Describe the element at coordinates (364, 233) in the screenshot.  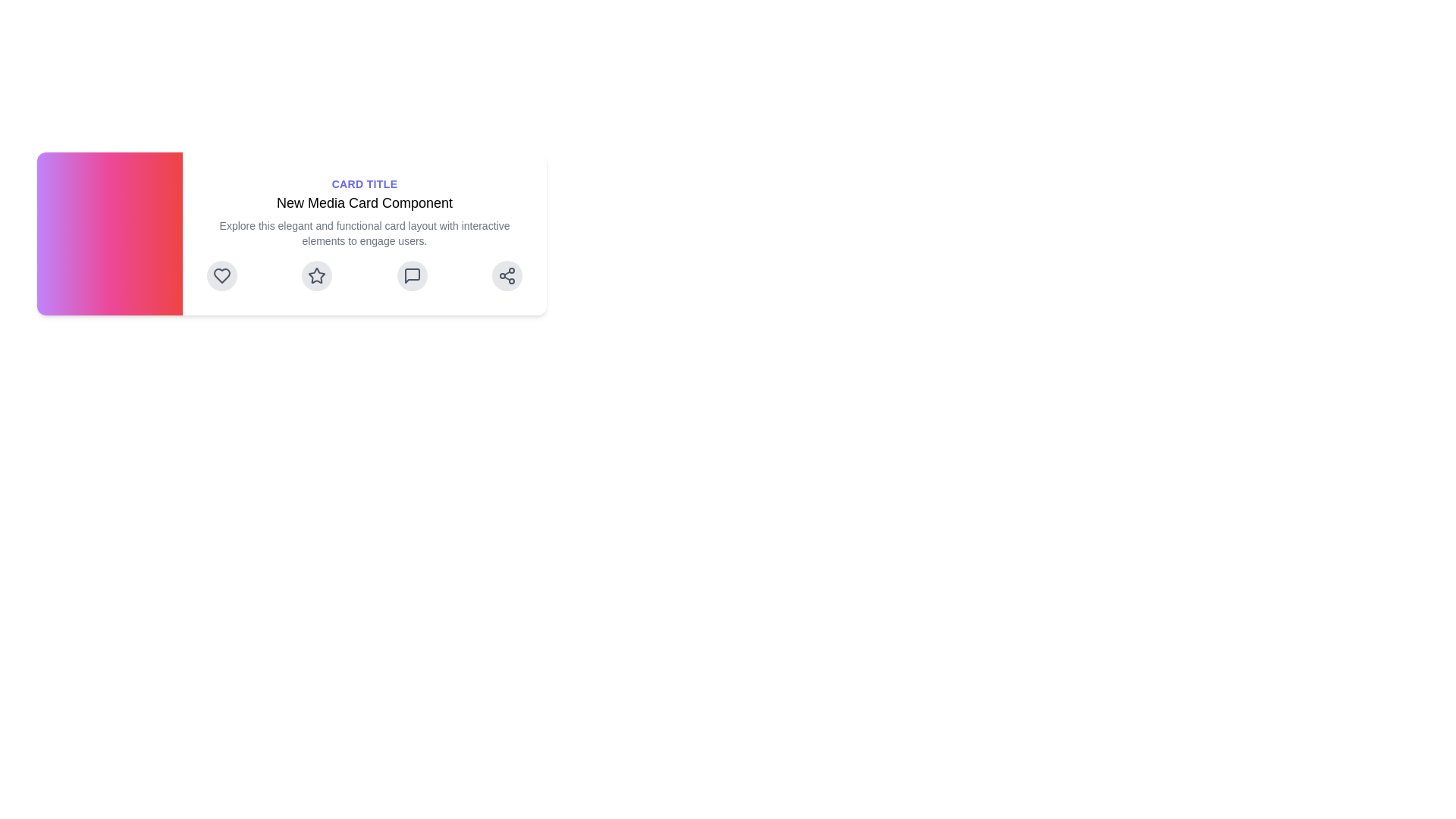
I see `the text block that says 'Explore this elegant and functional card layout with interactive elements to engage users.' which is rendered in a small, gray font and positioned below the title within the card` at that location.